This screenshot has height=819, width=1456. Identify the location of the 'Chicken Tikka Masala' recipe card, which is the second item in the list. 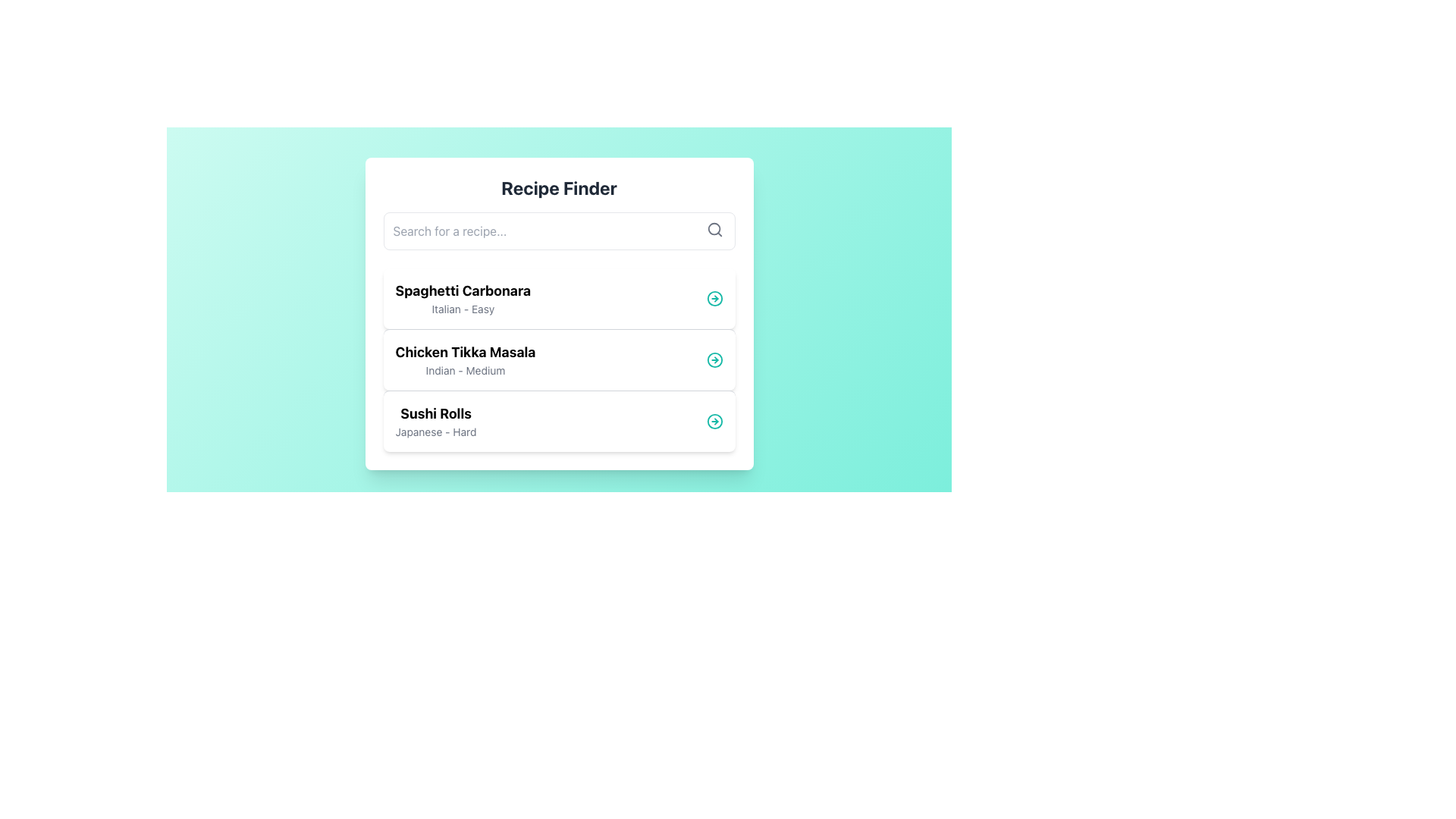
(558, 359).